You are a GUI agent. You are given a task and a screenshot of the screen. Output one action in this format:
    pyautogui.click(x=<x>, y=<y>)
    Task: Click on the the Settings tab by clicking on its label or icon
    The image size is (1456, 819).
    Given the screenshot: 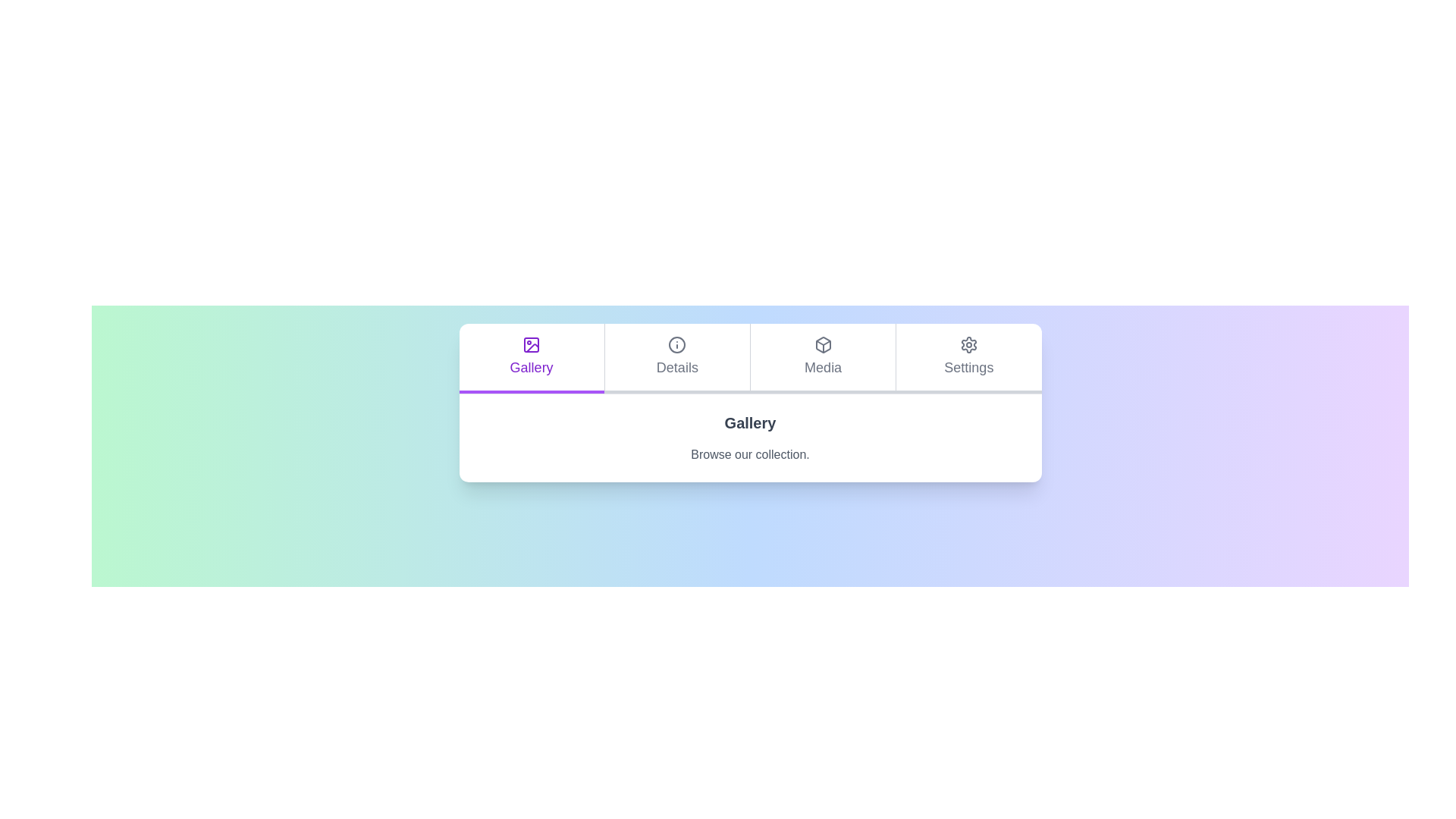 What is the action you would take?
    pyautogui.click(x=967, y=359)
    